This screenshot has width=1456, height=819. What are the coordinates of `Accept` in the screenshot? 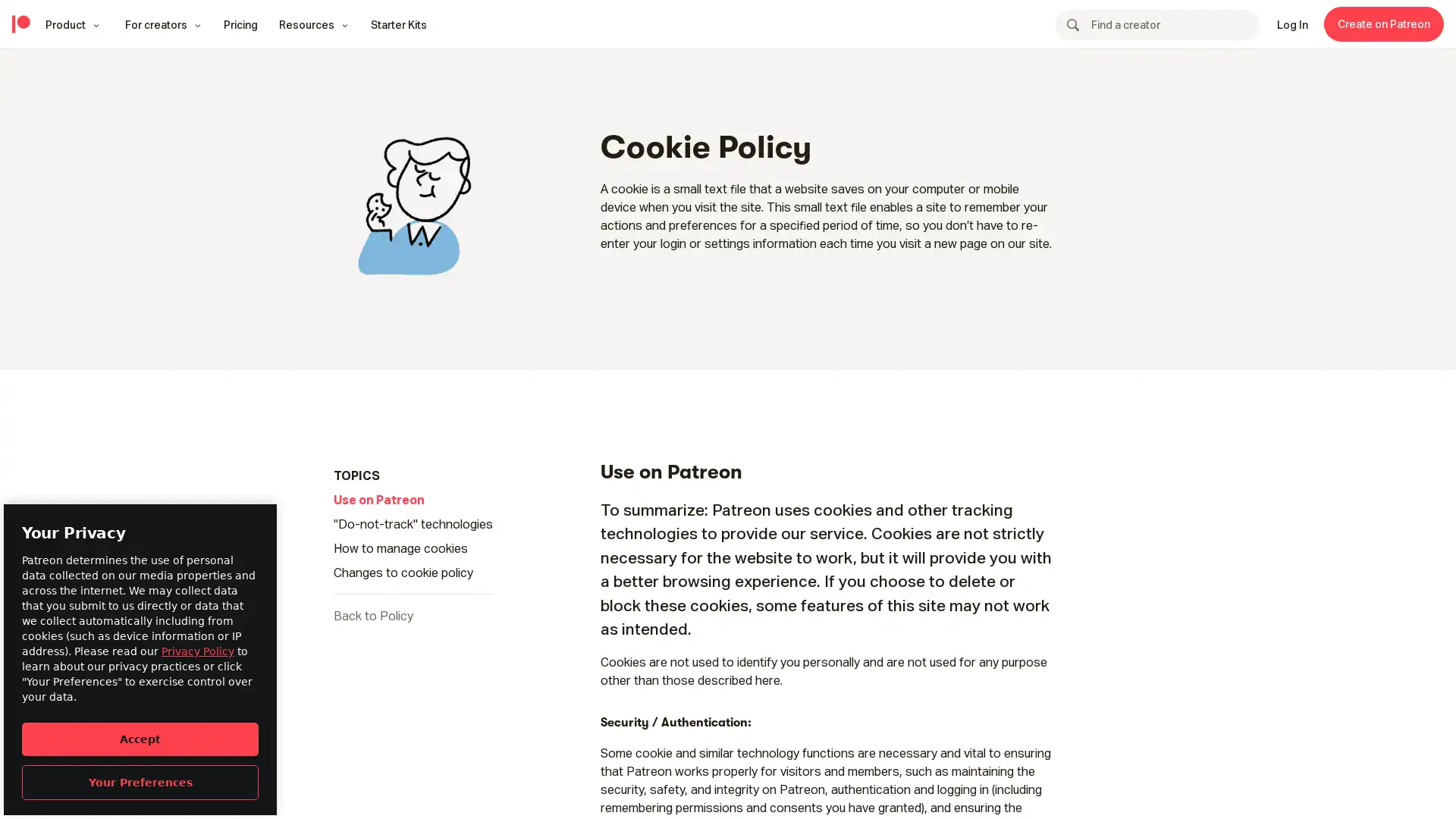 It's located at (140, 738).